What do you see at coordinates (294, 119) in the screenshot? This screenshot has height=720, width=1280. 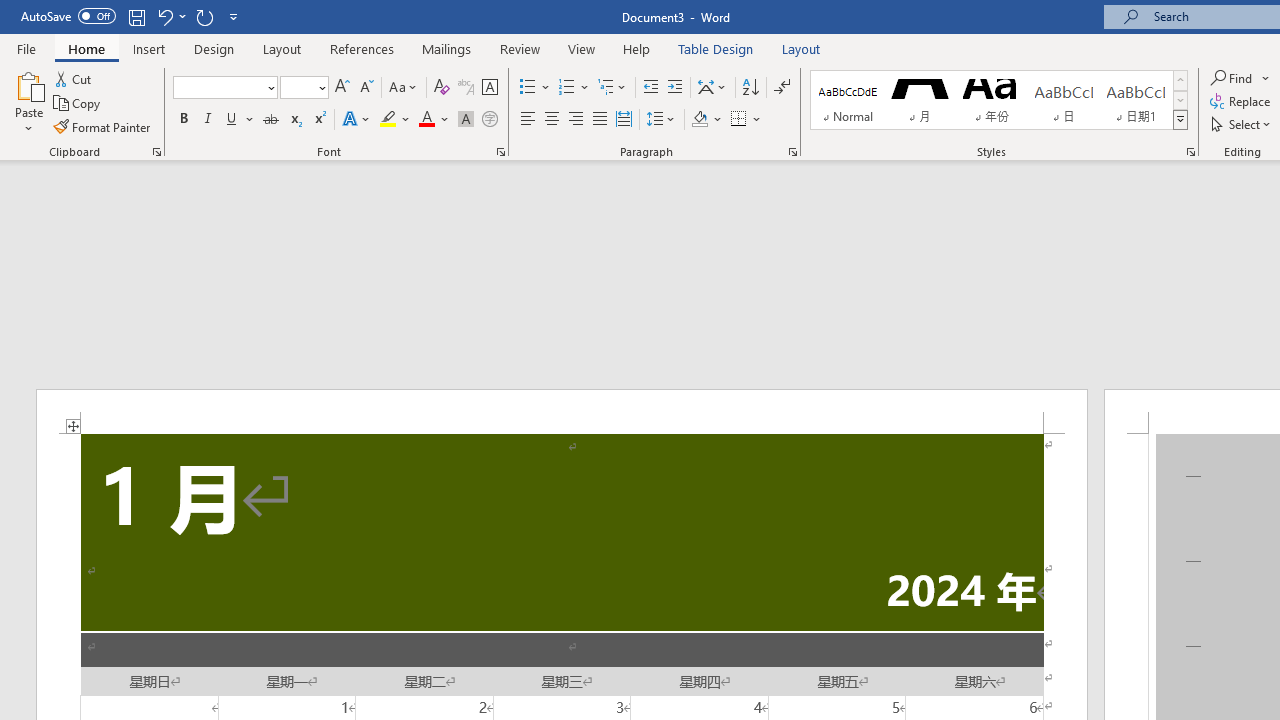 I see `'Subscript'` at bounding box center [294, 119].